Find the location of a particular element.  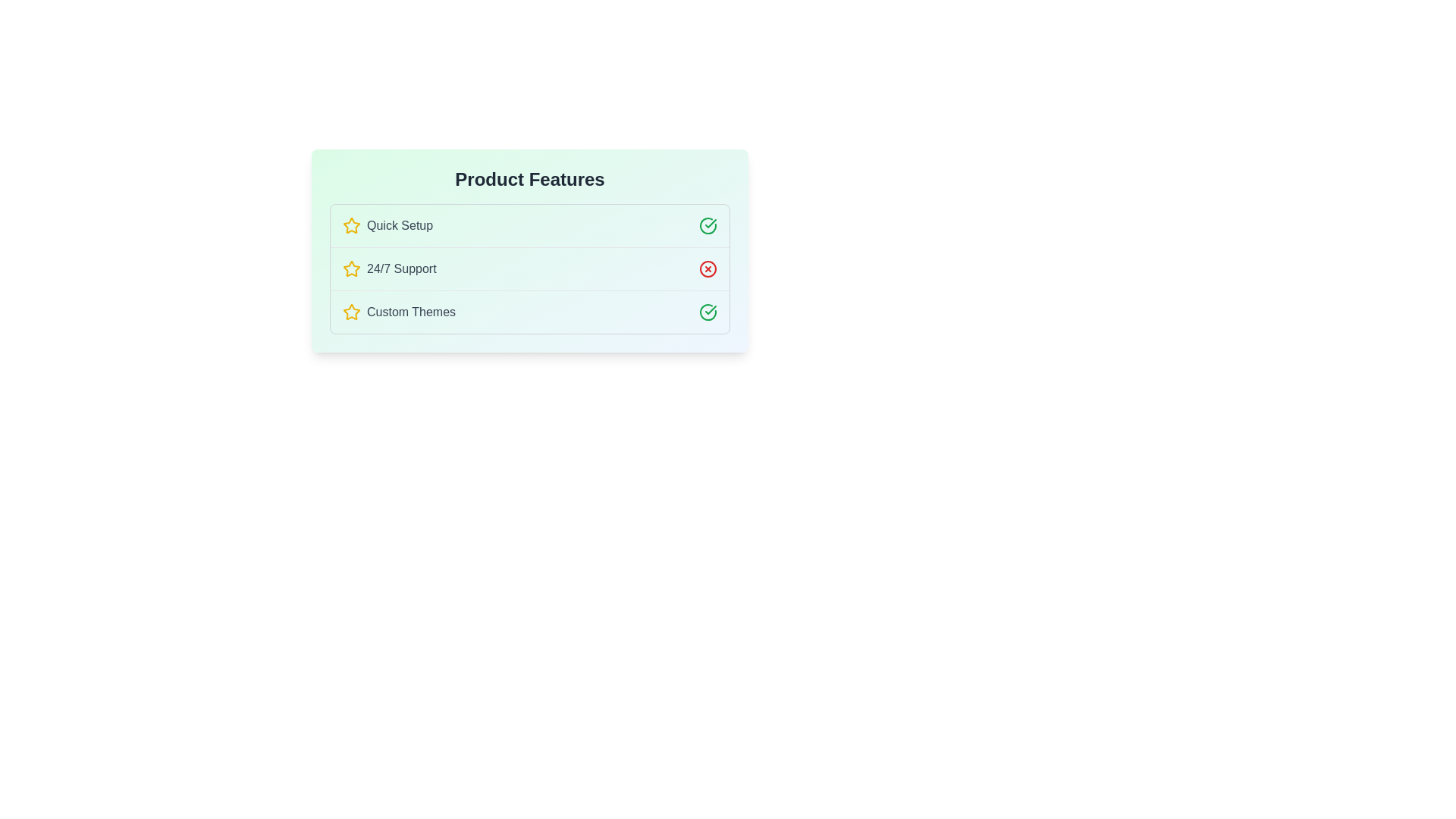

star icon next to the feature named Quick Setup is located at coordinates (351, 225).